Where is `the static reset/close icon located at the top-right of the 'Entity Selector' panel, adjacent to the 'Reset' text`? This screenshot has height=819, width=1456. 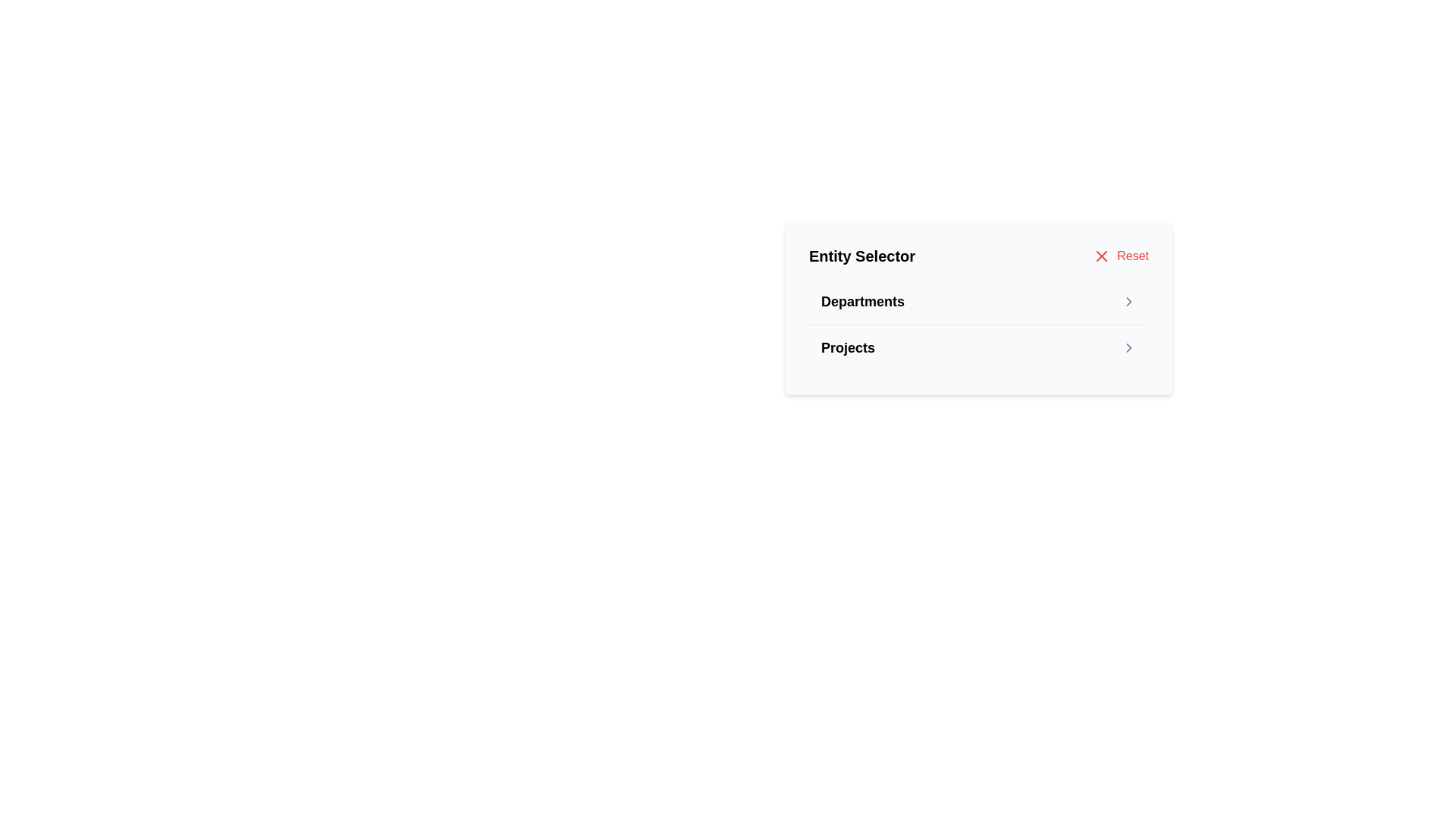
the static reset/close icon located at the top-right of the 'Entity Selector' panel, adjacent to the 'Reset' text is located at coordinates (1102, 256).